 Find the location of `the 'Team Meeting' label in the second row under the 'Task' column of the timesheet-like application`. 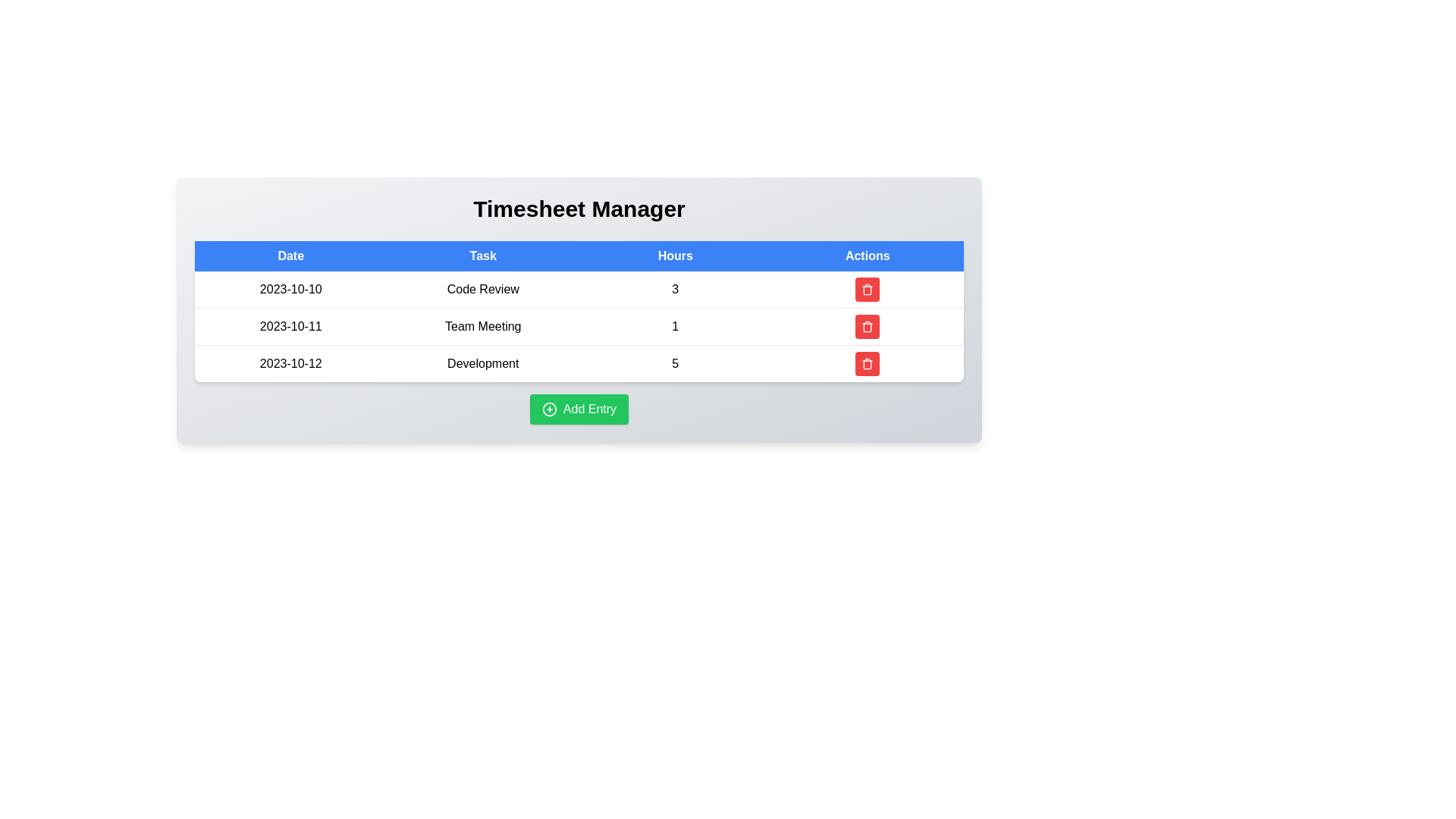

the 'Team Meeting' label in the second row under the 'Task' column of the timesheet-like application is located at coordinates (482, 326).